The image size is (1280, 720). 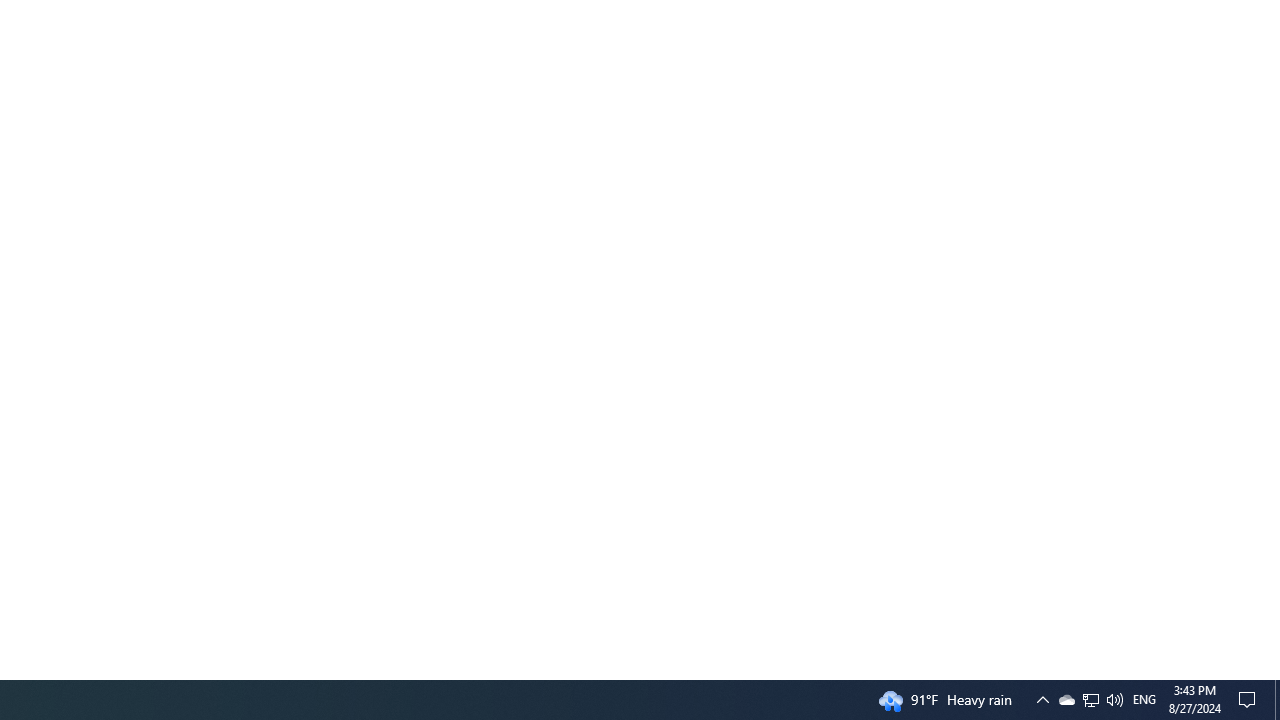 I want to click on 'Tray Input Indicator - English (United States)', so click(x=1144, y=698).